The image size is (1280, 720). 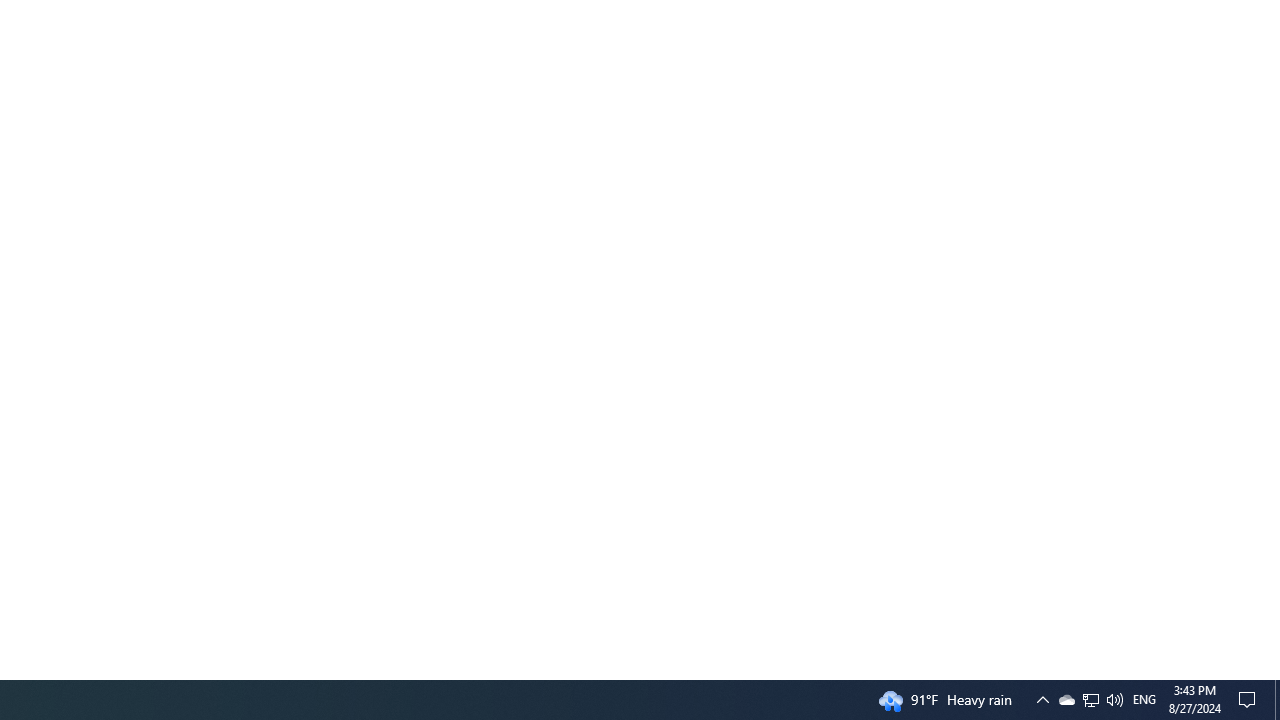 I want to click on 'Tray Input Indicator - English (United States)', so click(x=1144, y=698).